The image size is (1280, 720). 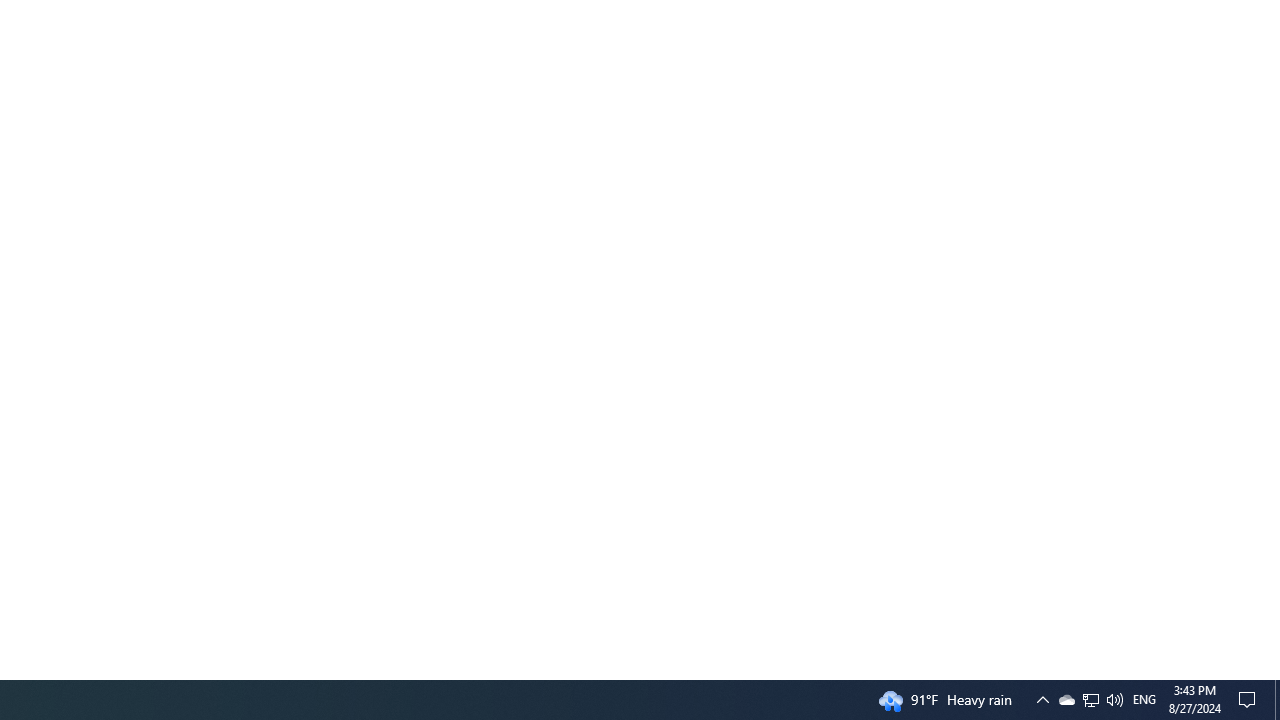 I want to click on 'Tray Input Indicator - English (United States)', so click(x=1144, y=698).